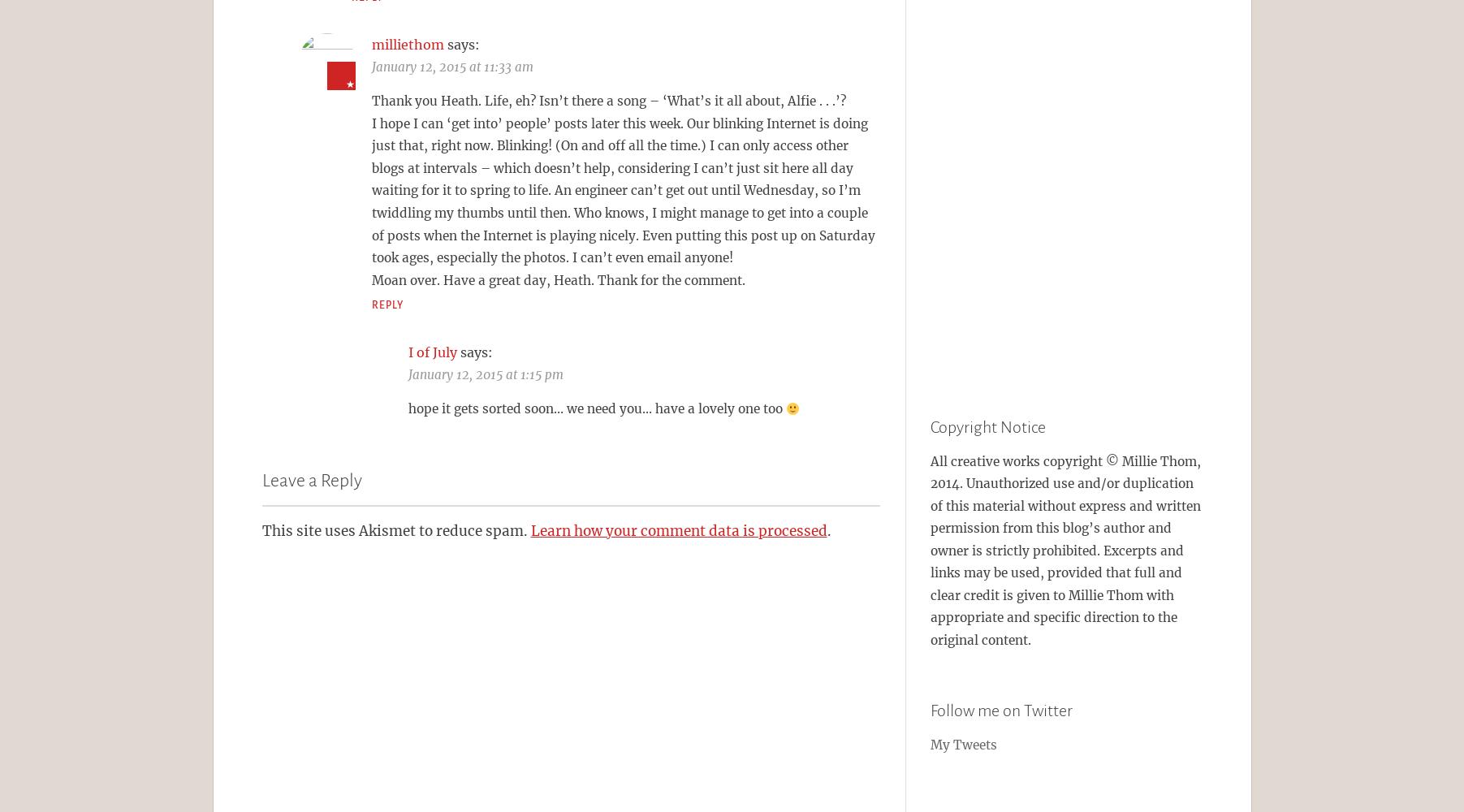 The height and width of the screenshot is (812, 1464). Describe the element at coordinates (827, 530) in the screenshot. I see `'.'` at that location.